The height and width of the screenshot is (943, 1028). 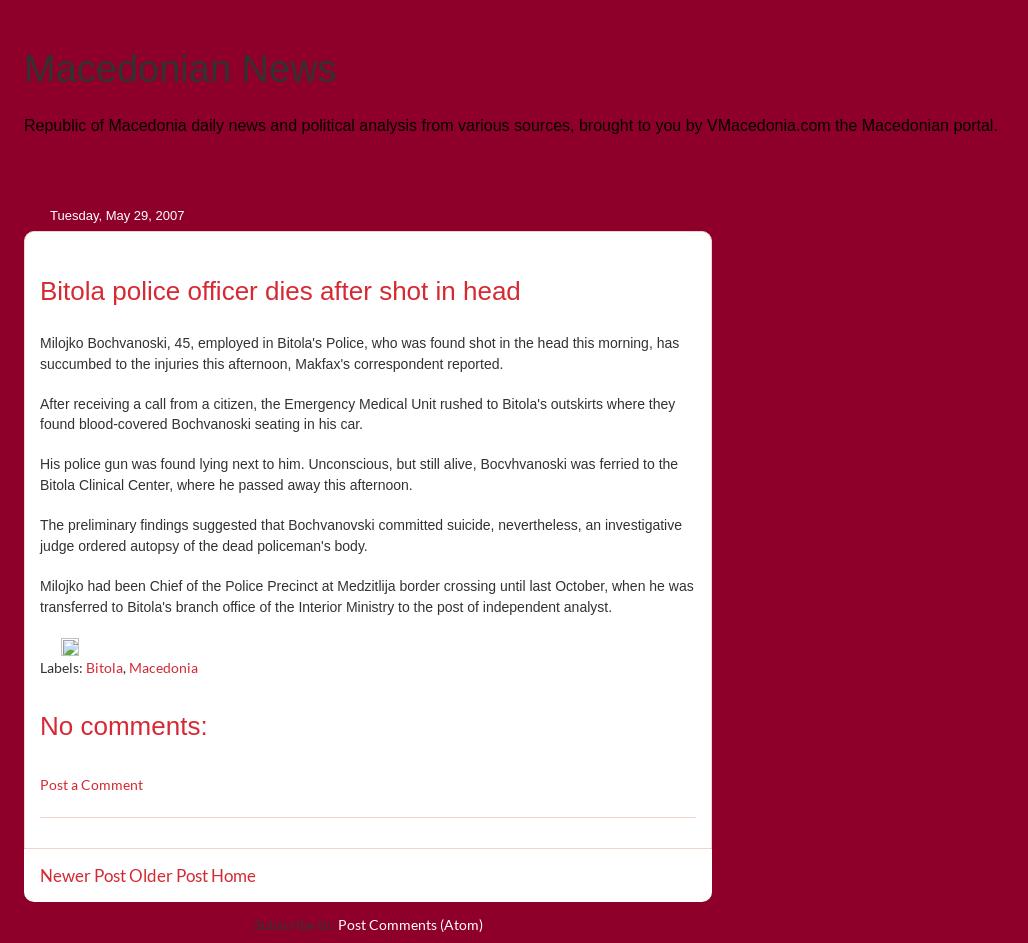 What do you see at coordinates (85, 667) in the screenshot?
I see `'Bitola'` at bounding box center [85, 667].